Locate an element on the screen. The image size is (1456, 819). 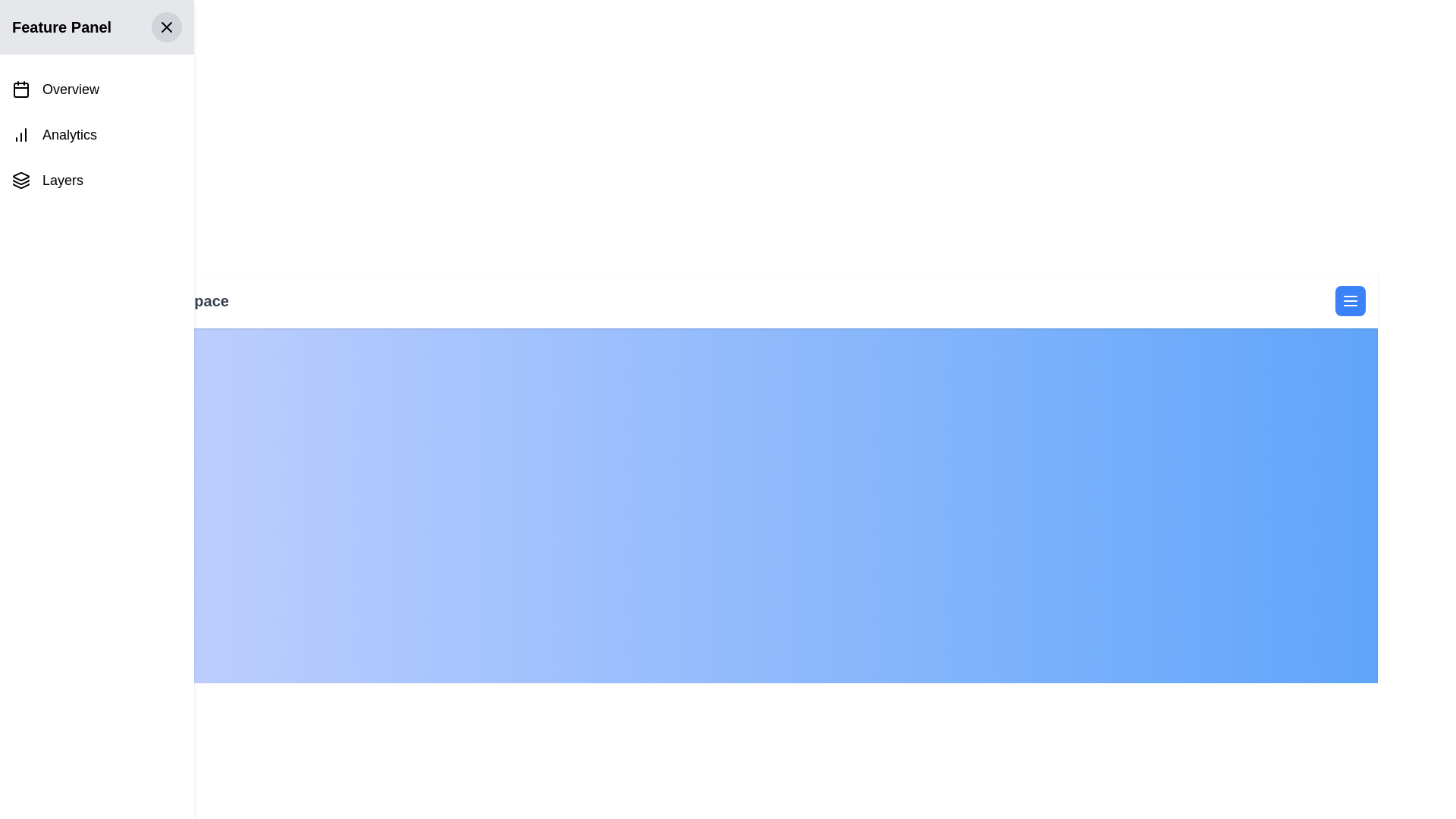
the toggle button located at the far right end of the header section is located at coordinates (1350, 301).